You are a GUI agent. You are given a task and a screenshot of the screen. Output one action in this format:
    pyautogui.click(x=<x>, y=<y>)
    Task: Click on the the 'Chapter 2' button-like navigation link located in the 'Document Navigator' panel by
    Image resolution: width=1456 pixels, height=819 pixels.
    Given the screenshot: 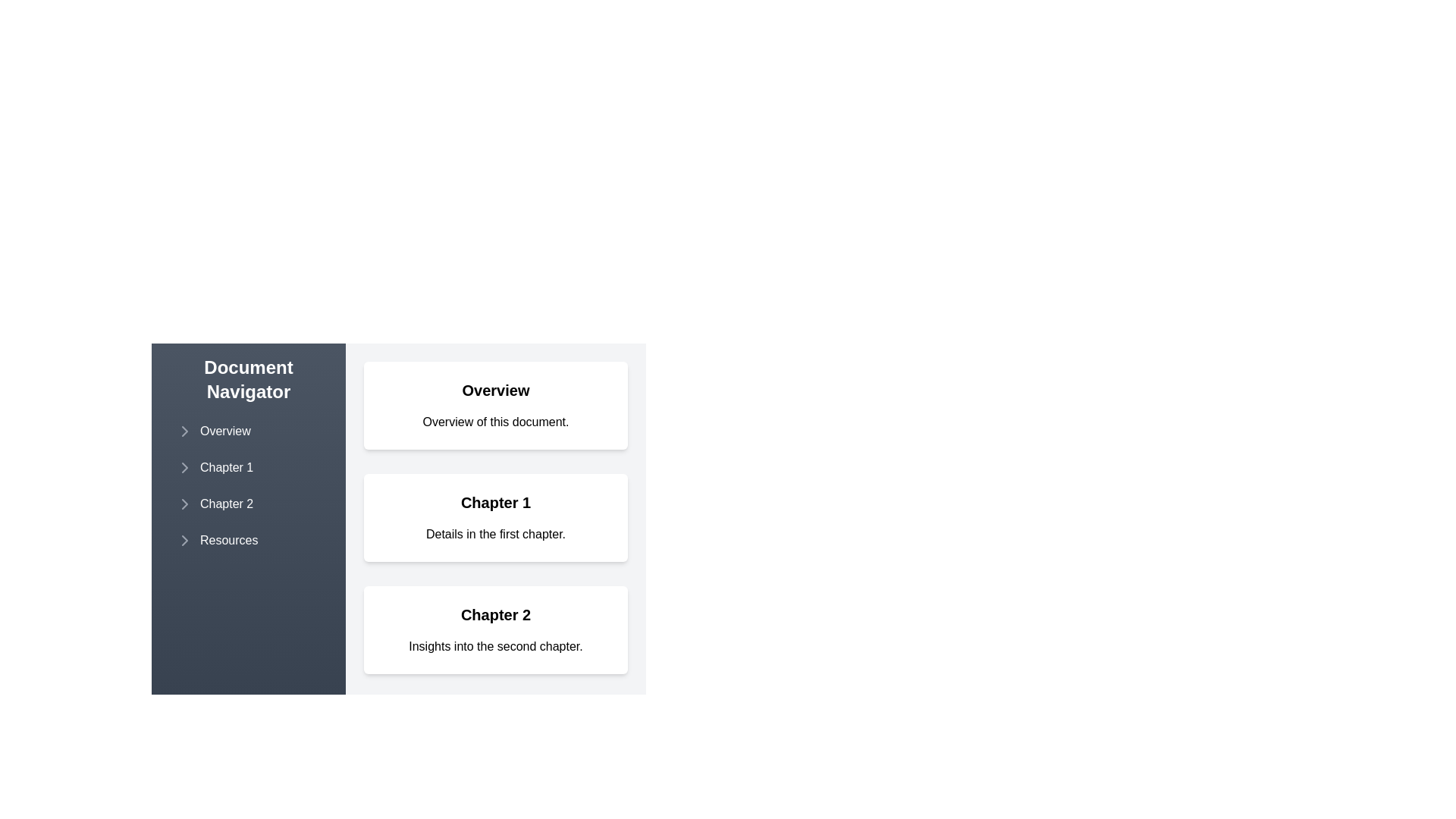 What is the action you would take?
    pyautogui.click(x=248, y=504)
    